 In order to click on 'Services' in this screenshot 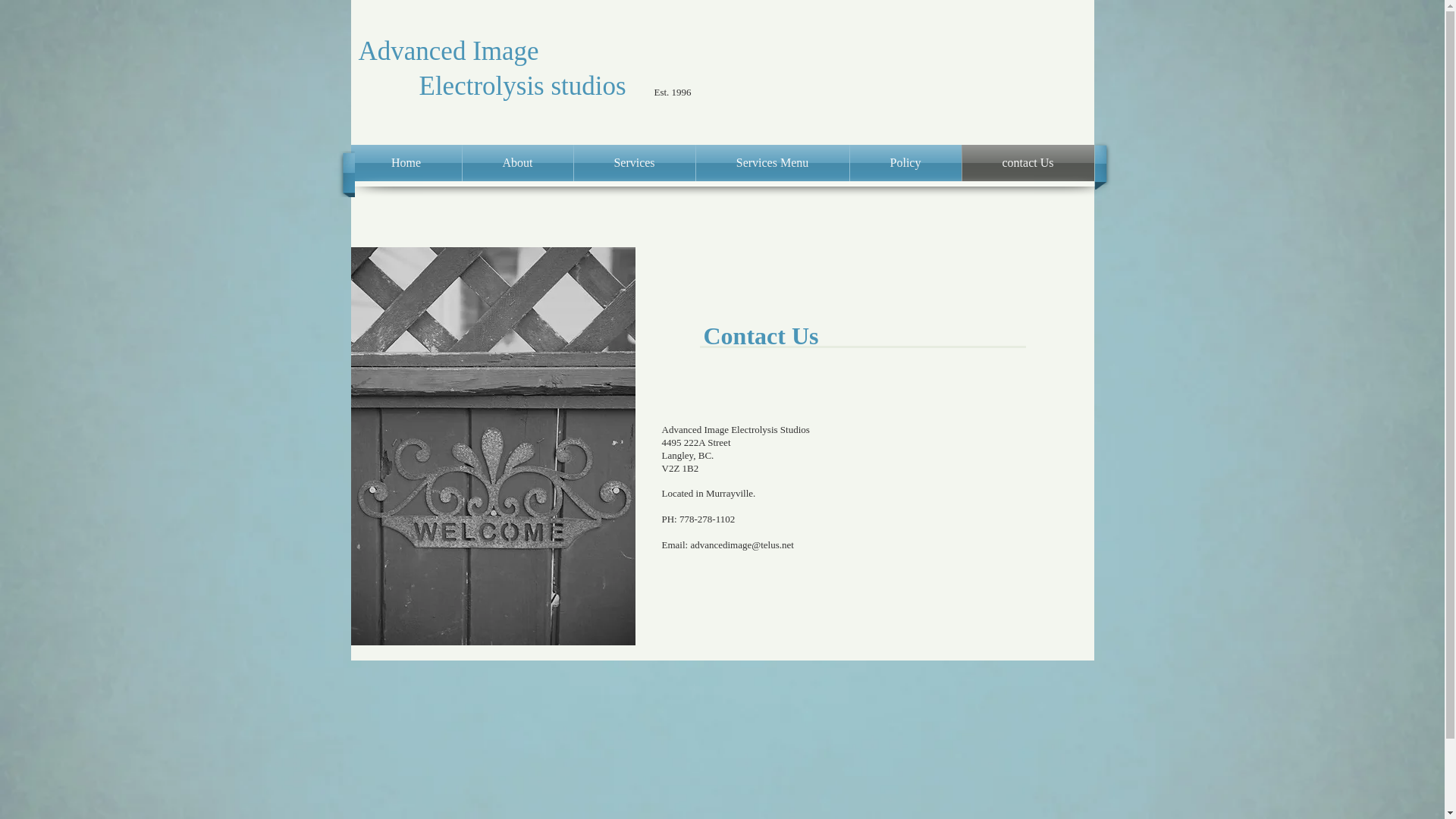, I will do `click(633, 163)`.